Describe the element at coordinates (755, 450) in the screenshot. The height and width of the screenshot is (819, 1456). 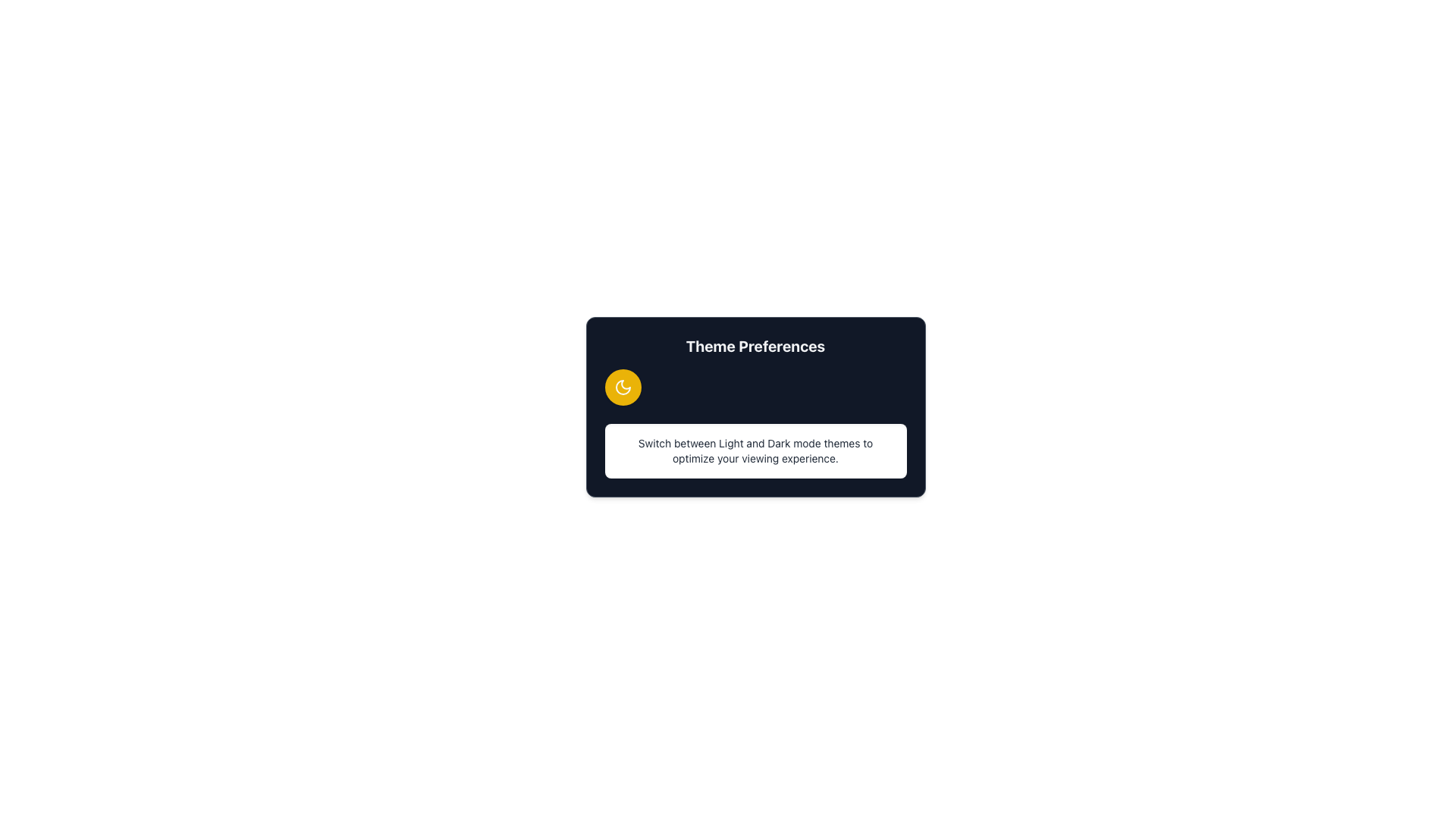
I see `static text displaying the message: 'Switch between Light and Dark mode themes to optimize your viewing experience.'` at that location.